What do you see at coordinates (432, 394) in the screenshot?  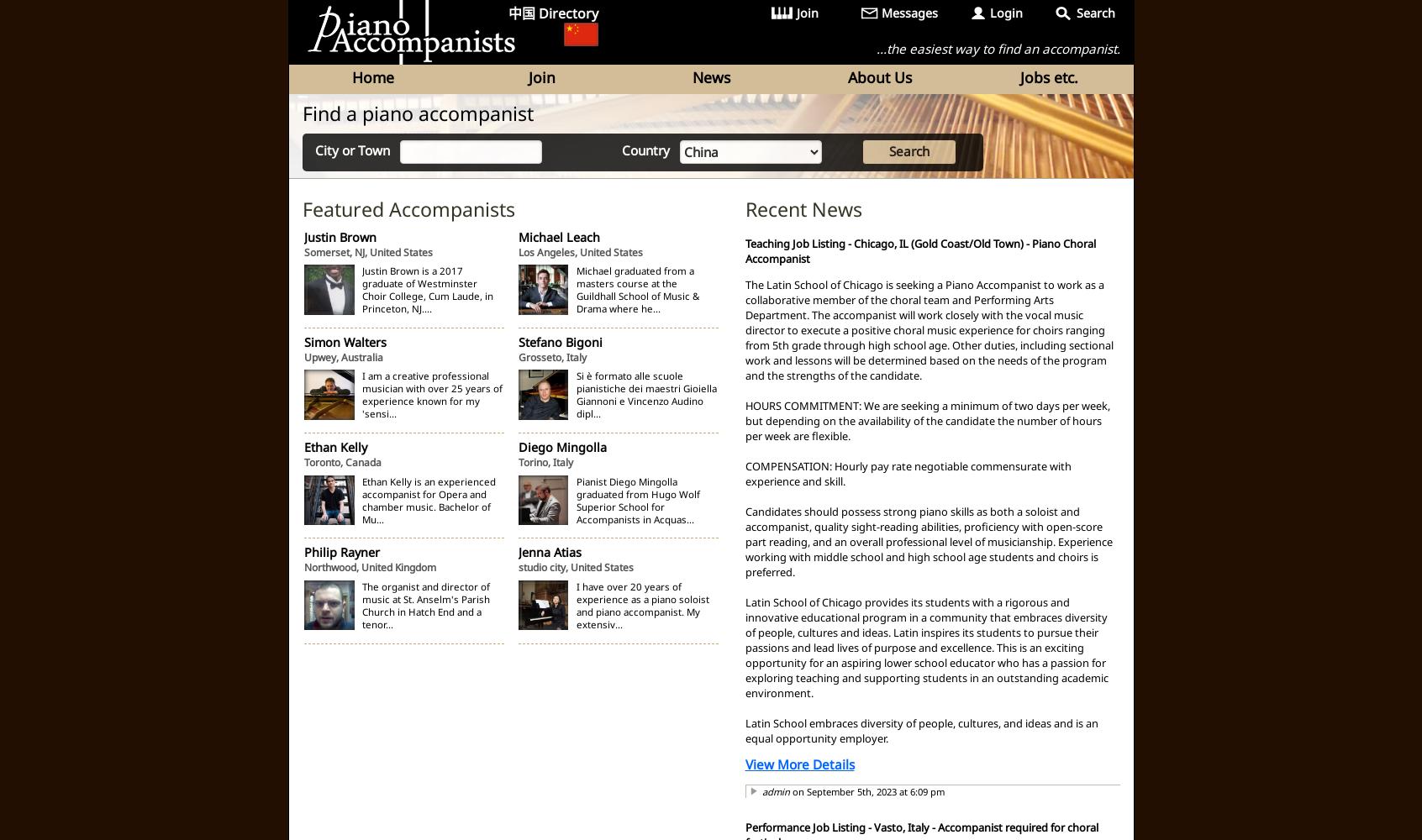 I see `'I am a creative professional musician with over 25 years of experience known for my 'sensi...'` at bounding box center [432, 394].